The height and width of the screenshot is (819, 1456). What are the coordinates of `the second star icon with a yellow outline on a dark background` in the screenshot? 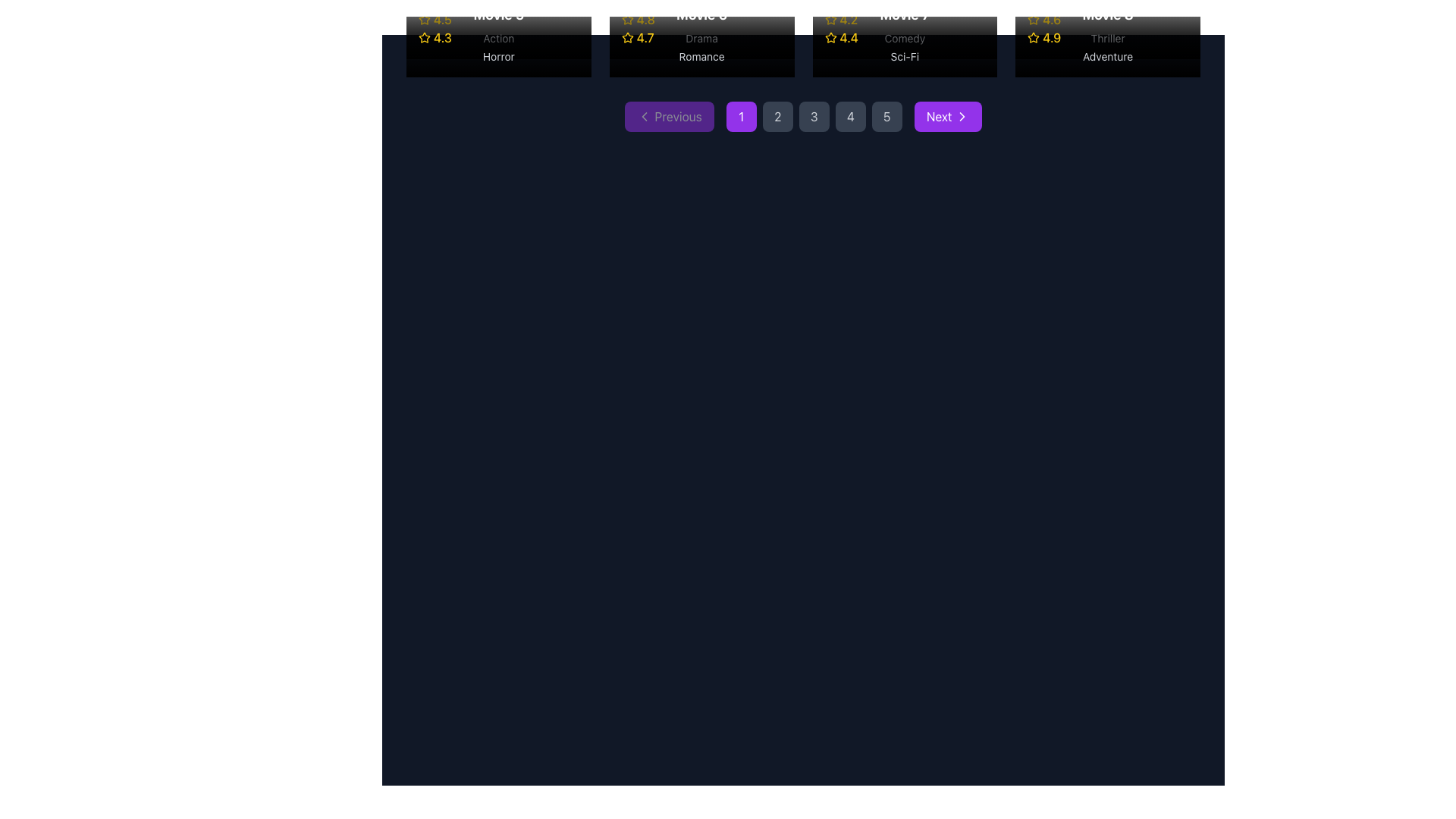 It's located at (627, 36).